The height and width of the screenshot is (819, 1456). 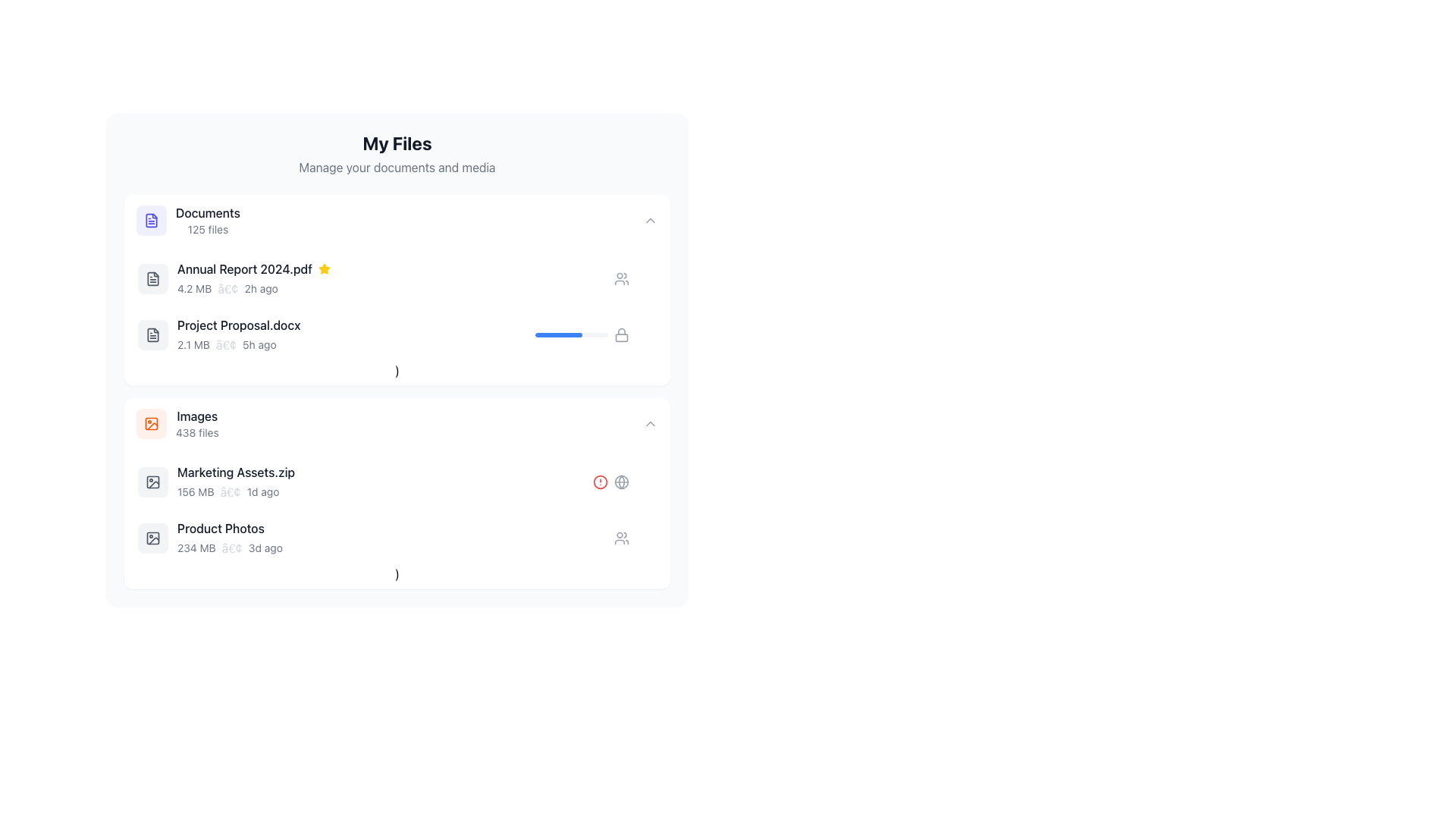 I want to click on the horizontal progress bar located in the middle section of the file list item for 'Project Proposal.docx', which has a gray background and a blue-filled section indicating progress, so click(x=570, y=334).